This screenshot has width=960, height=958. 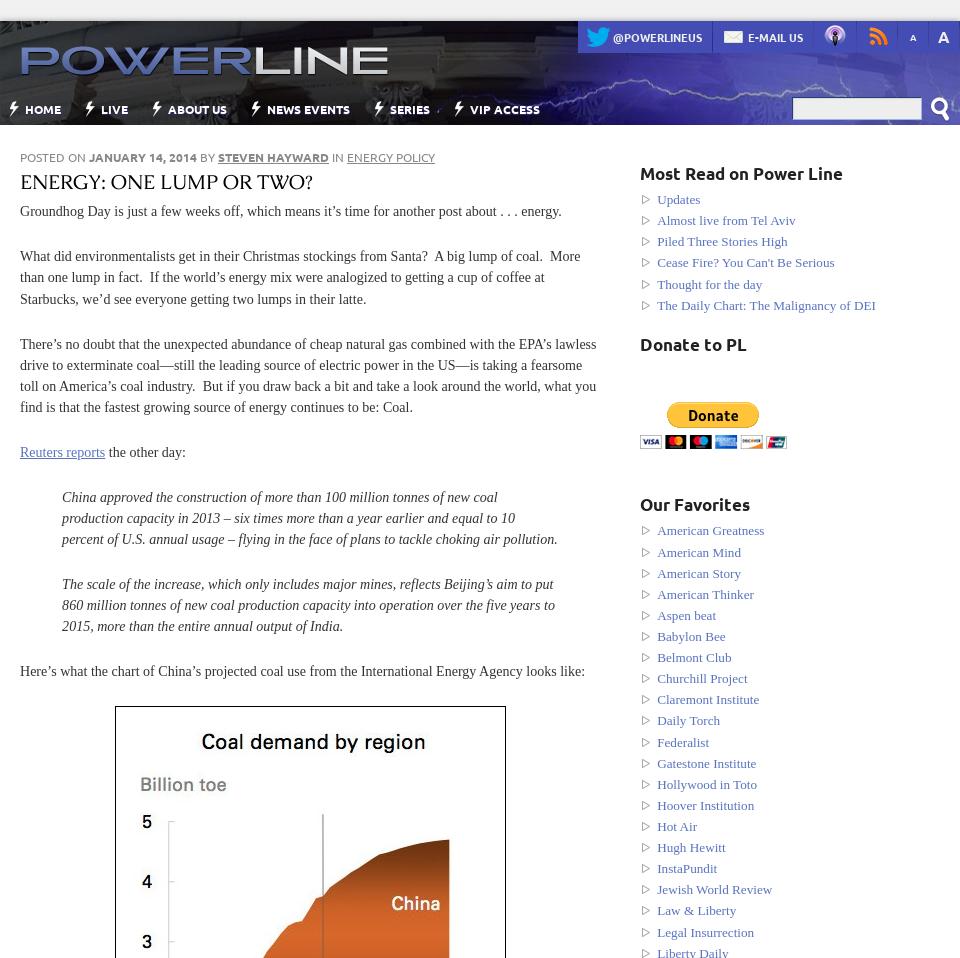 I want to click on 'Law & Liberty', so click(x=696, y=910).